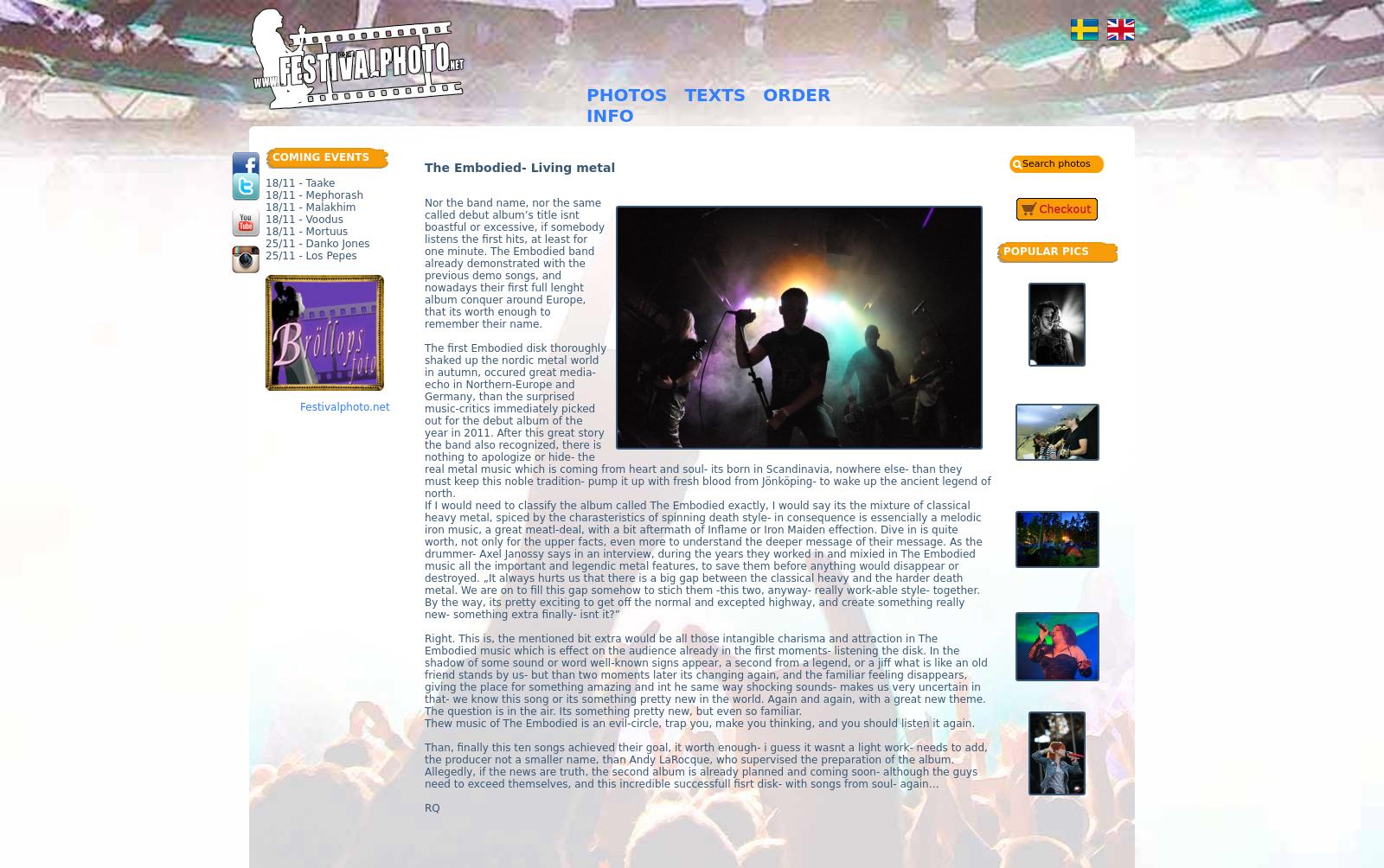 The height and width of the screenshot is (868, 1384). What do you see at coordinates (514, 263) in the screenshot?
I see `'Nor the band name, nor the same called debut album’s title isnt boastful or excessive, if somebody listens the first hits, at least for one minute. The Embodied band already demonstrated with the previous demo songs, and nowadays their first full lenght album conquer around Europe, that its worth enough to remember their name.'` at bounding box center [514, 263].